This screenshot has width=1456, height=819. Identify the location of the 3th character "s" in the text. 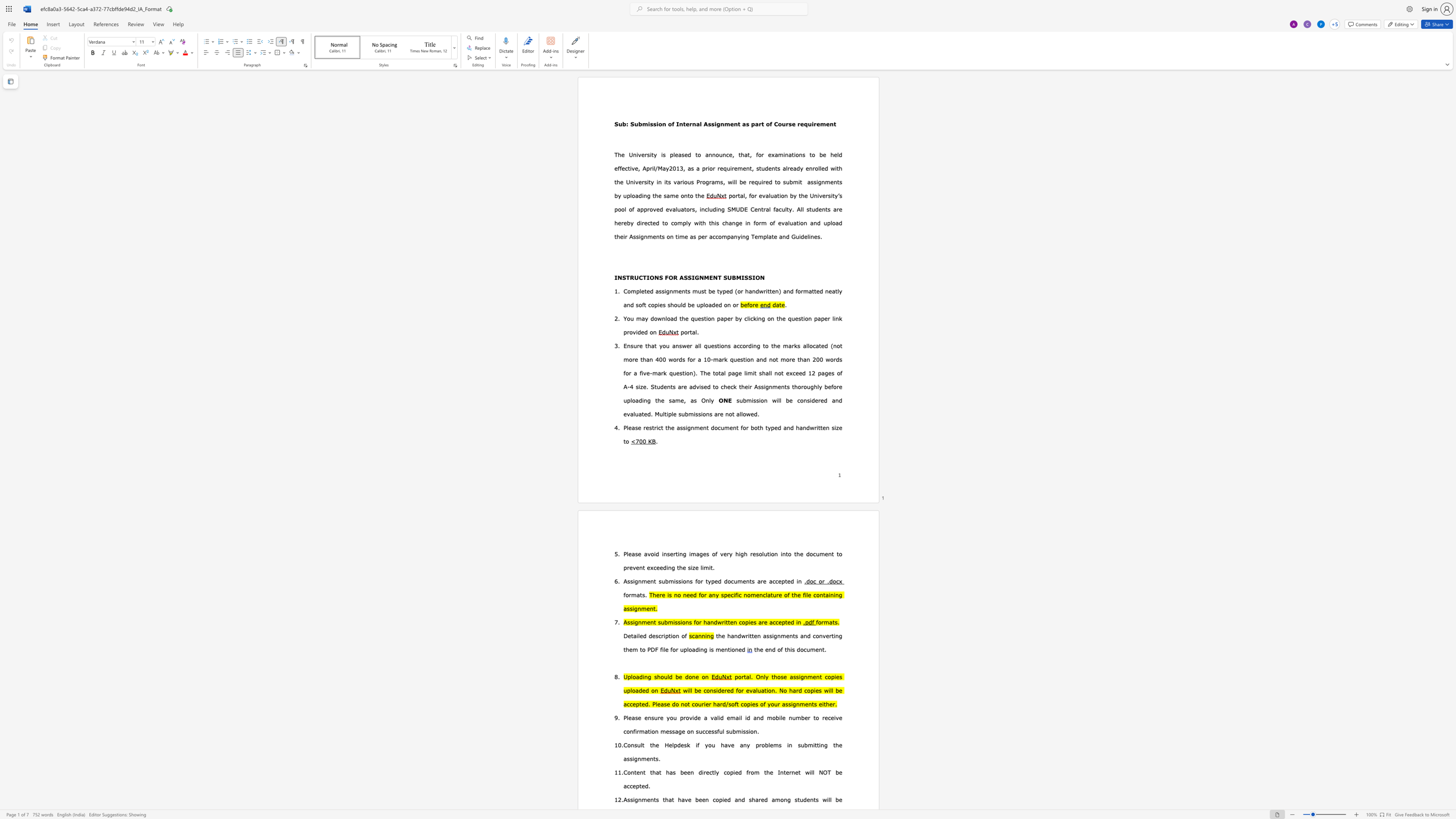
(815, 181).